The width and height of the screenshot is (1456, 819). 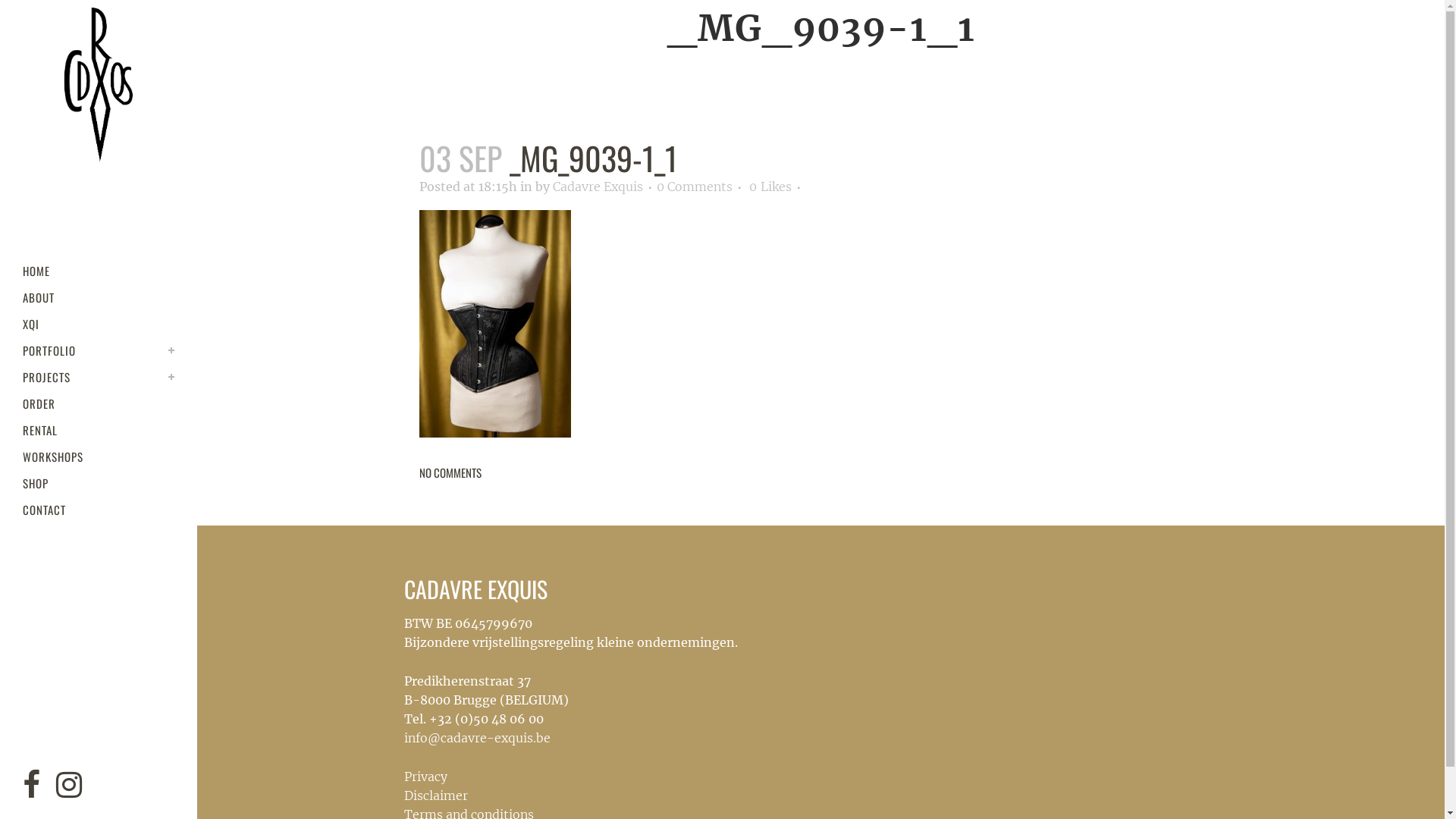 What do you see at coordinates (694, 186) in the screenshot?
I see `'0 Comments'` at bounding box center [694, 186].